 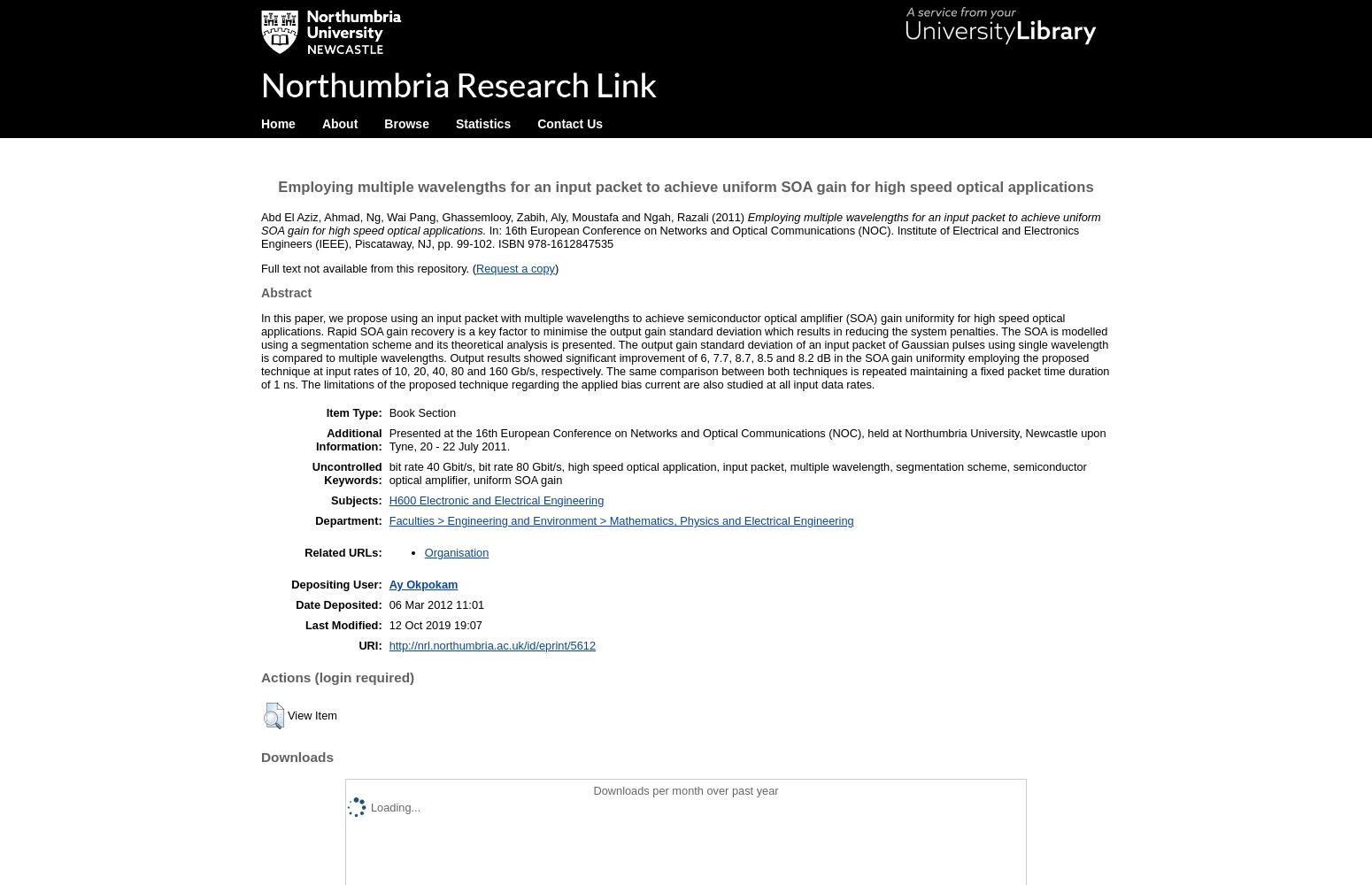 What do you see at coordinates (260, 224) in the screenshot?
I see `'Employing multiple wavelengths for an input packet to achieve uniform SOA gain for high speed optical applications.'` at bounding box center [260, 224].